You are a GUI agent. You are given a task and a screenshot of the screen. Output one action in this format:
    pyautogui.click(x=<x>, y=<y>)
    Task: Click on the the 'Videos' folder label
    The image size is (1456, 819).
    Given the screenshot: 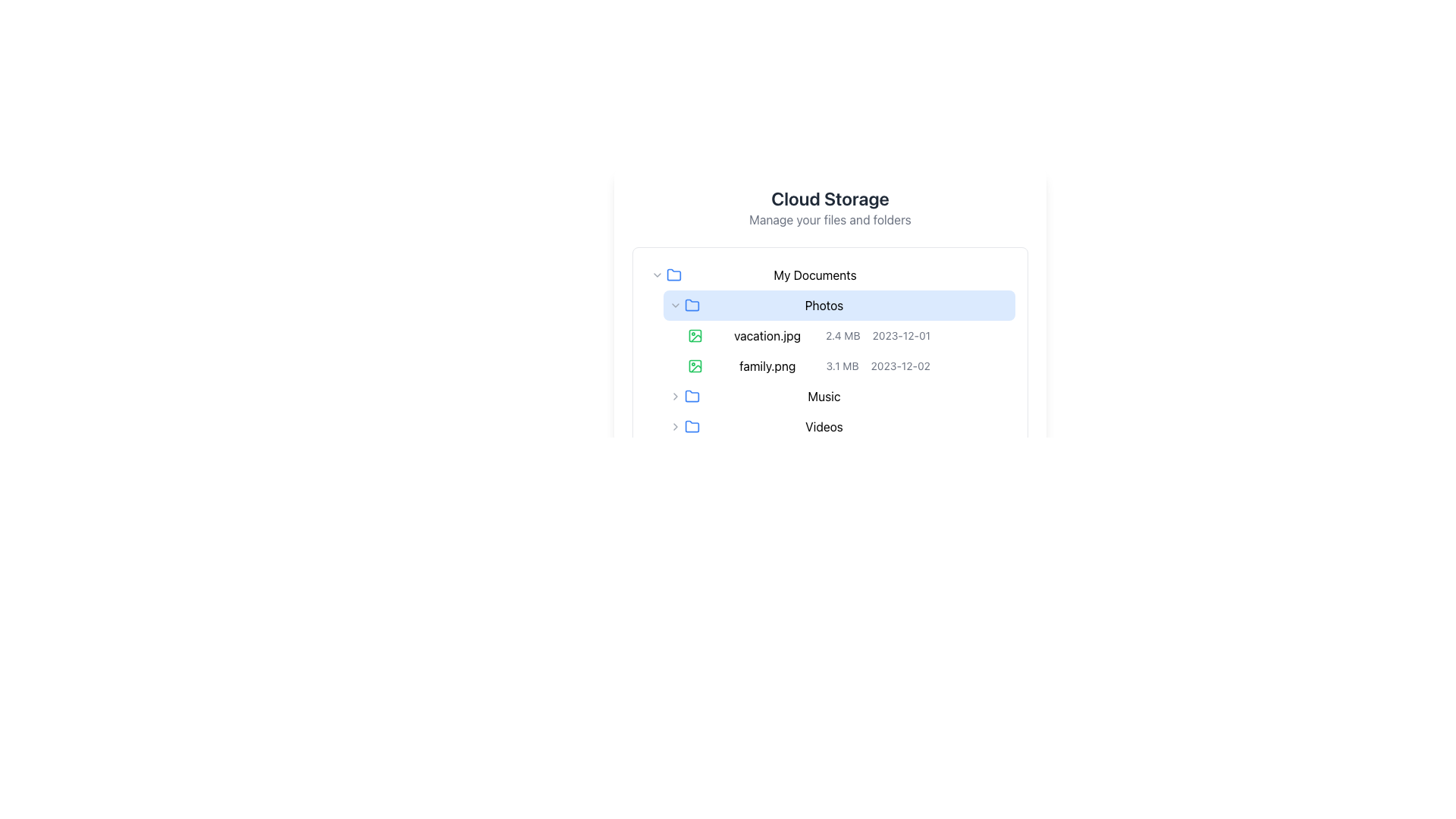 What is the action you would take?
    pyautogui.click(x=839, y=427)
    